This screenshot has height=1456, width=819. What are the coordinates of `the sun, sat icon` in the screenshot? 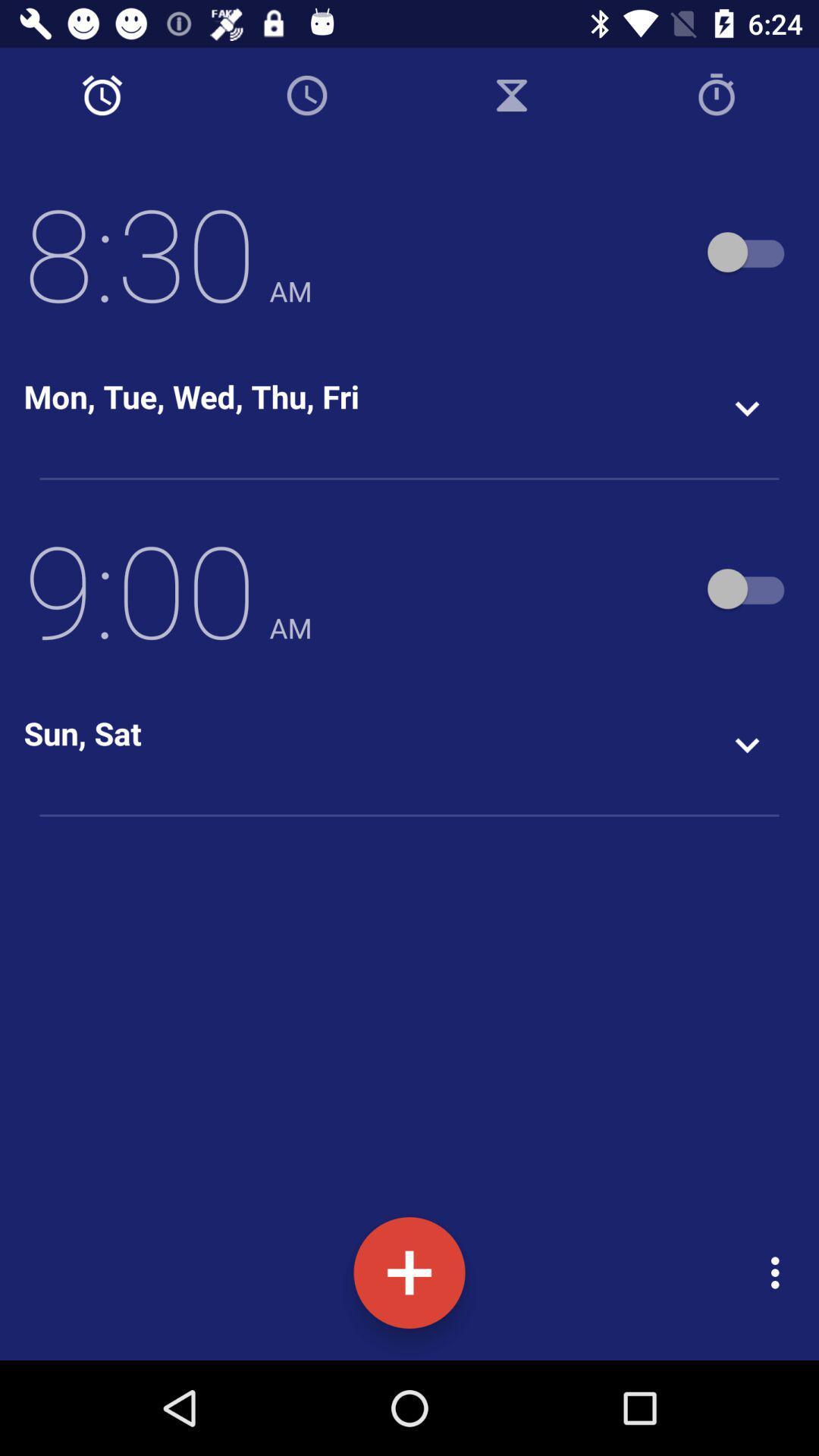 It's located at (83, 733).